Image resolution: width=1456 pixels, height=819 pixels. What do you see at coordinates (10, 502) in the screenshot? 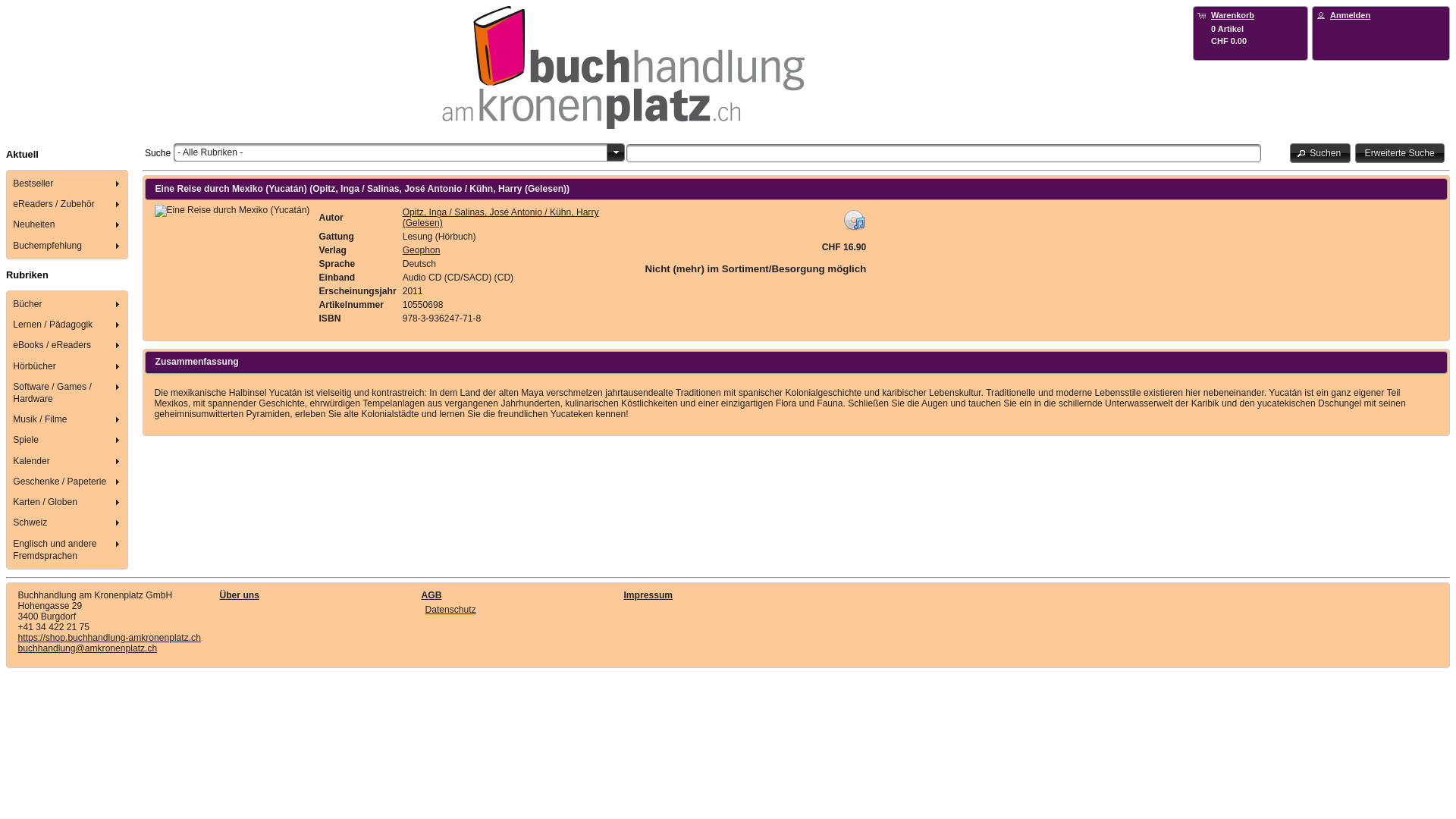
I see `'Karten / Globen'` at bounding box center [10, 502].